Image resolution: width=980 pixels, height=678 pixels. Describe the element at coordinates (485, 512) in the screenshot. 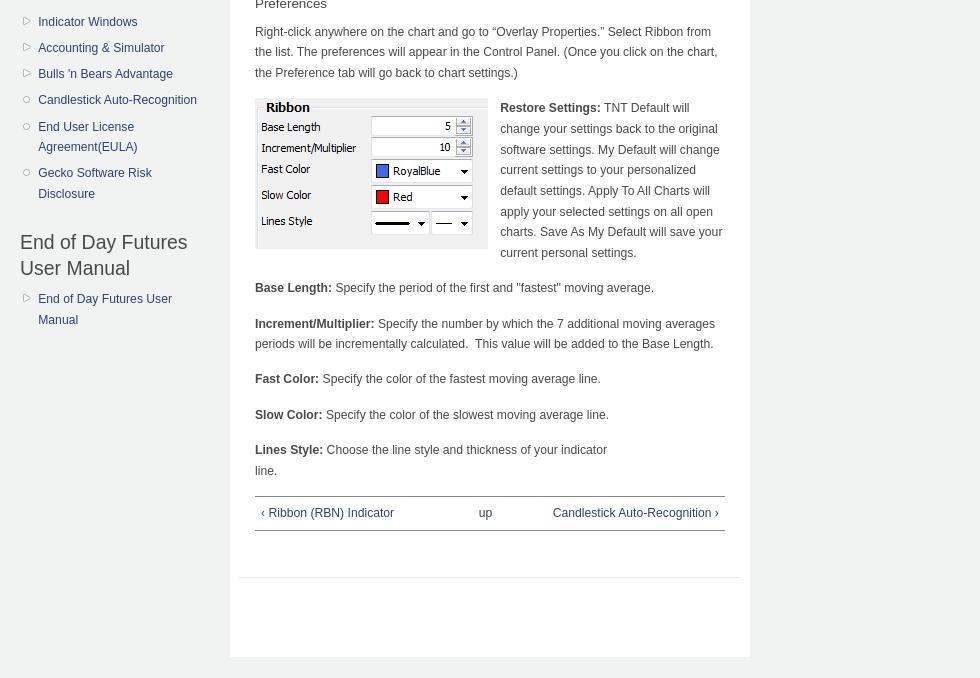

I see `'up'` at that location.